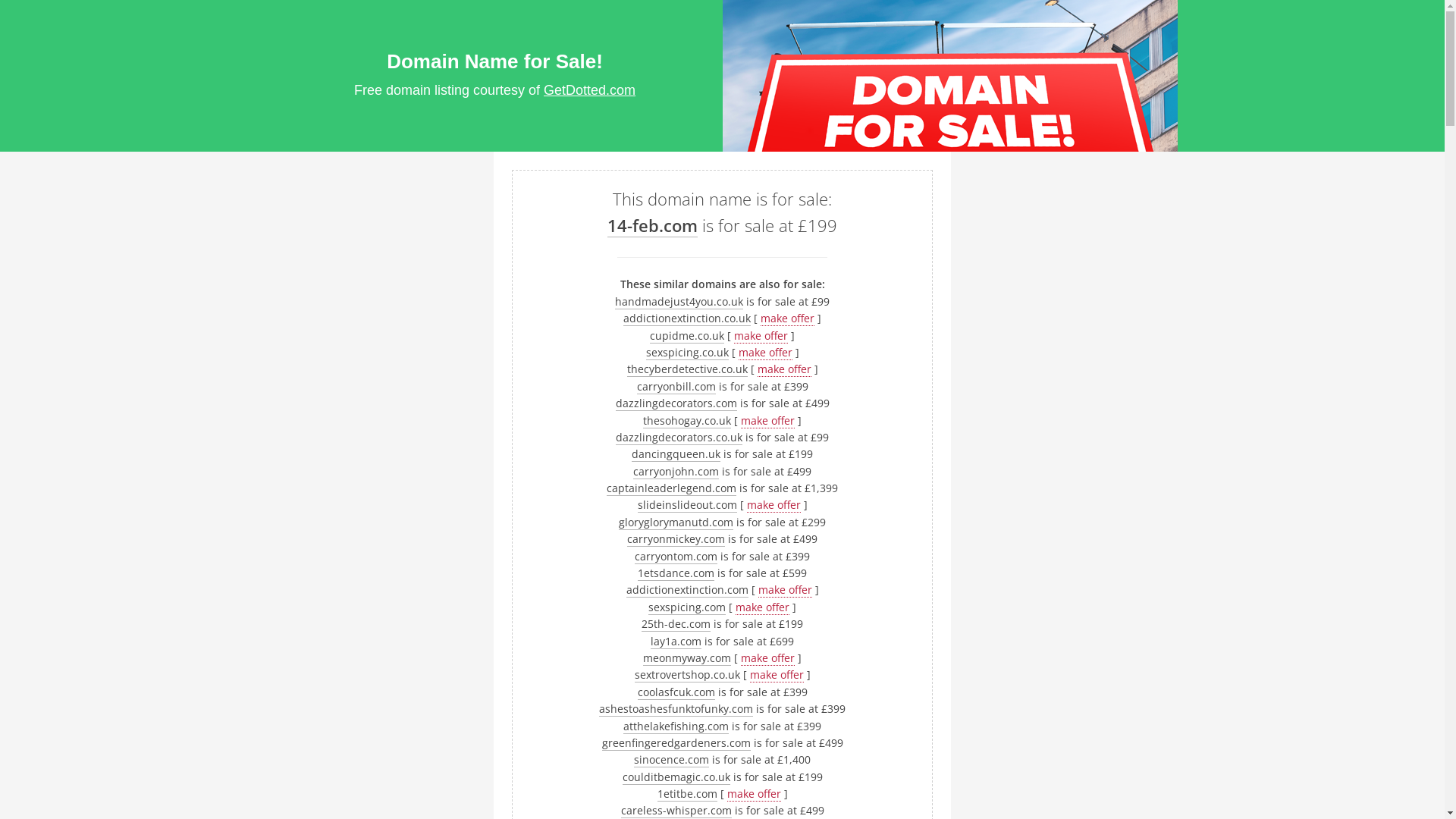  I want to click on 'captainleaderlegend.com', so click(670, 488).